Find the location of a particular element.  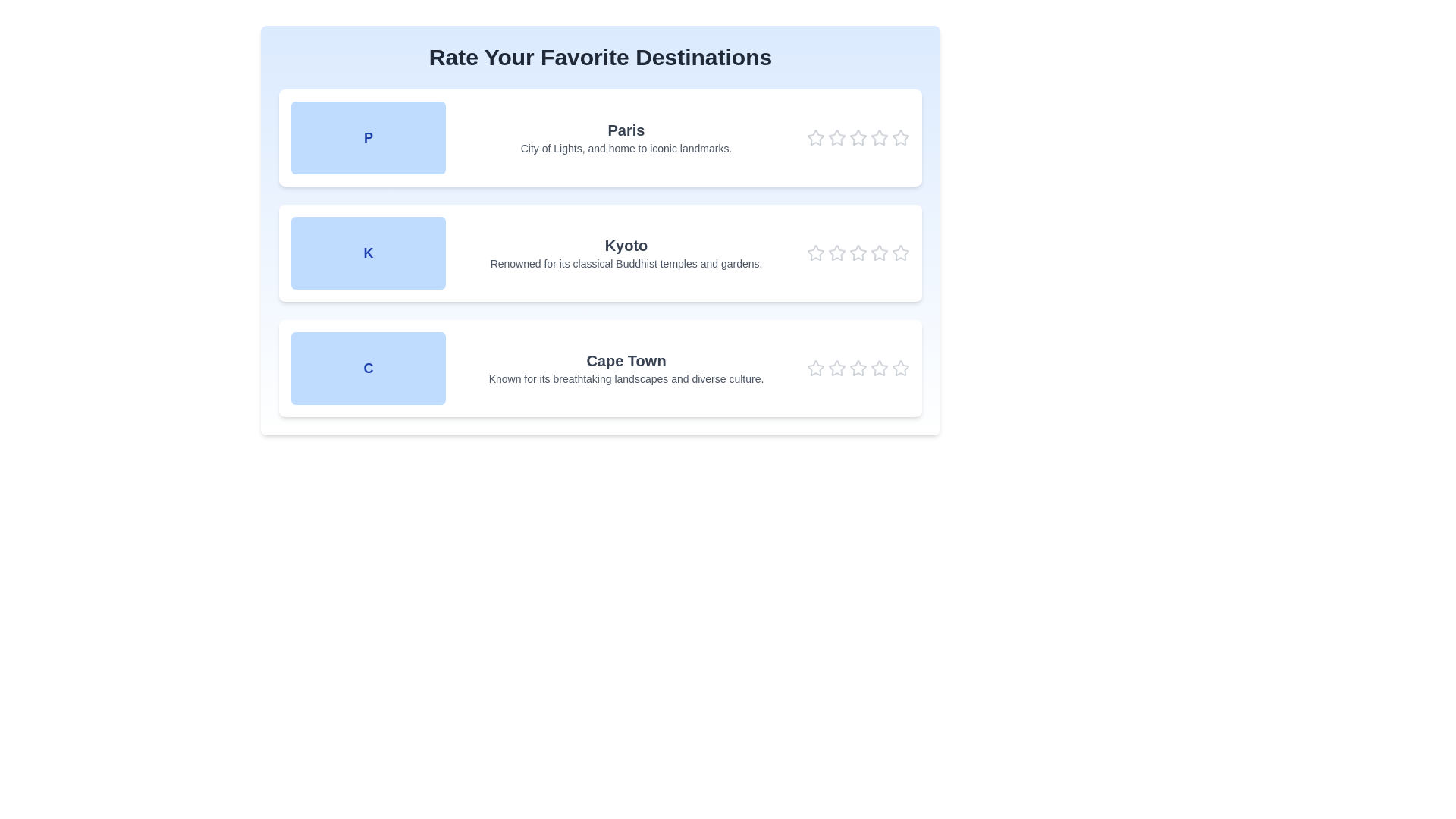

the second star icon in the rating interface for the destination card titled 'Paris' to rate it is located at coordinates (836, 137).